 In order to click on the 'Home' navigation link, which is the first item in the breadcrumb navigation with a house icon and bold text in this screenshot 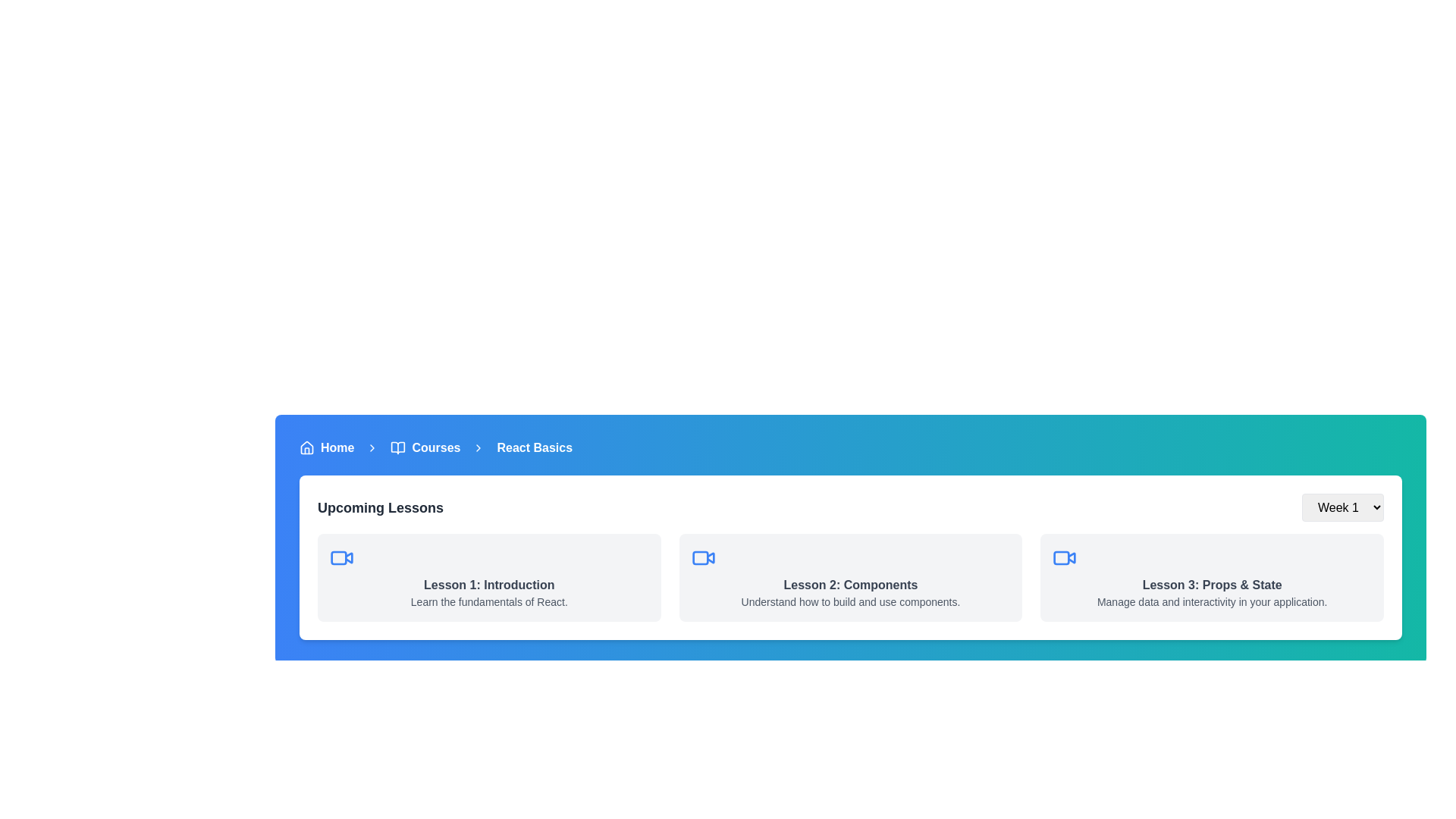, I will do `click(326, 447)`.